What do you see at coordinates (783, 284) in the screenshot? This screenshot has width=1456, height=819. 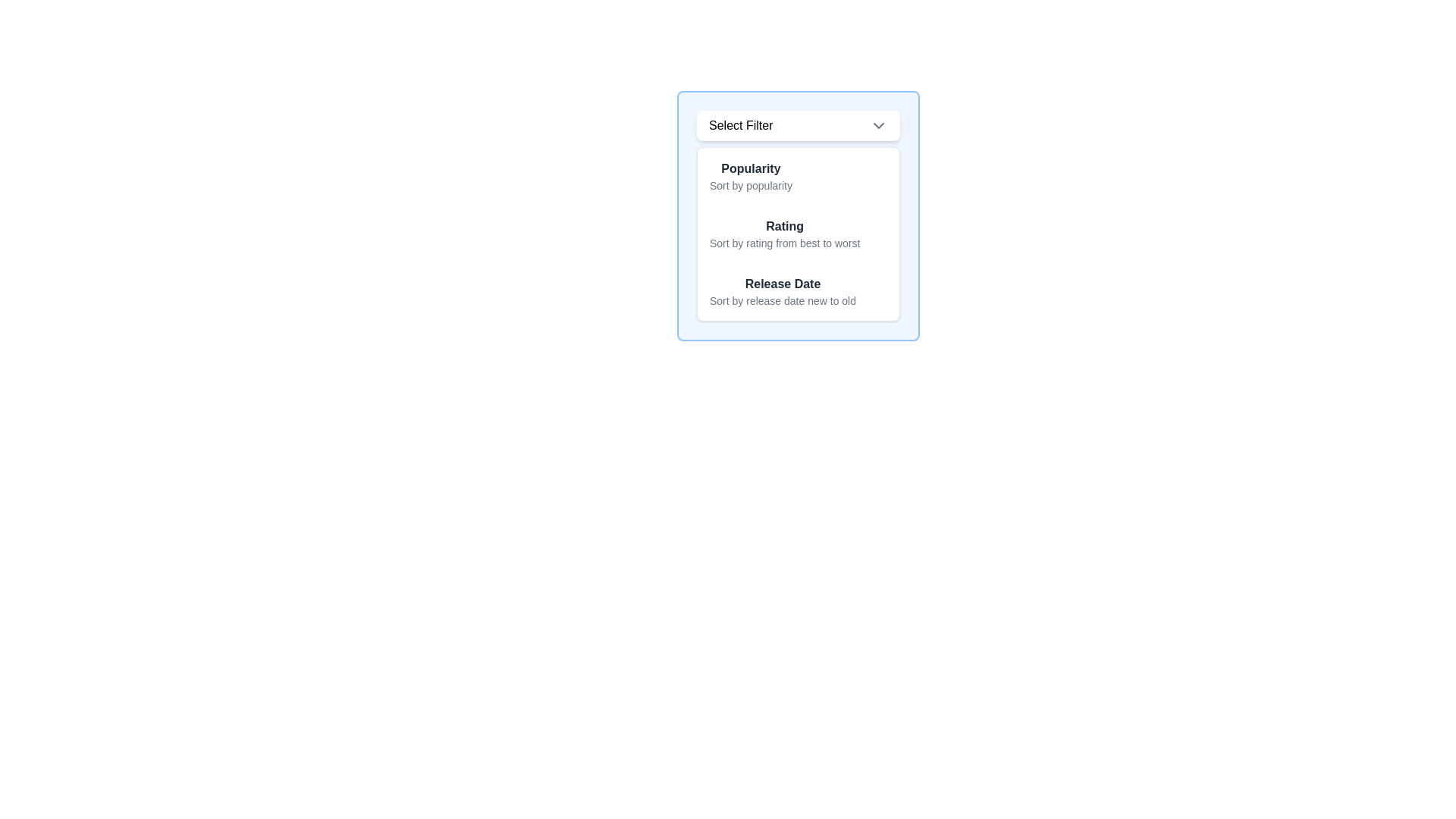 I see `the 'Release Date' static text element, which is displayed in a bold font style and gray color, located within a dropdown menu as the third sorting option` at bounding box center [783, 284].